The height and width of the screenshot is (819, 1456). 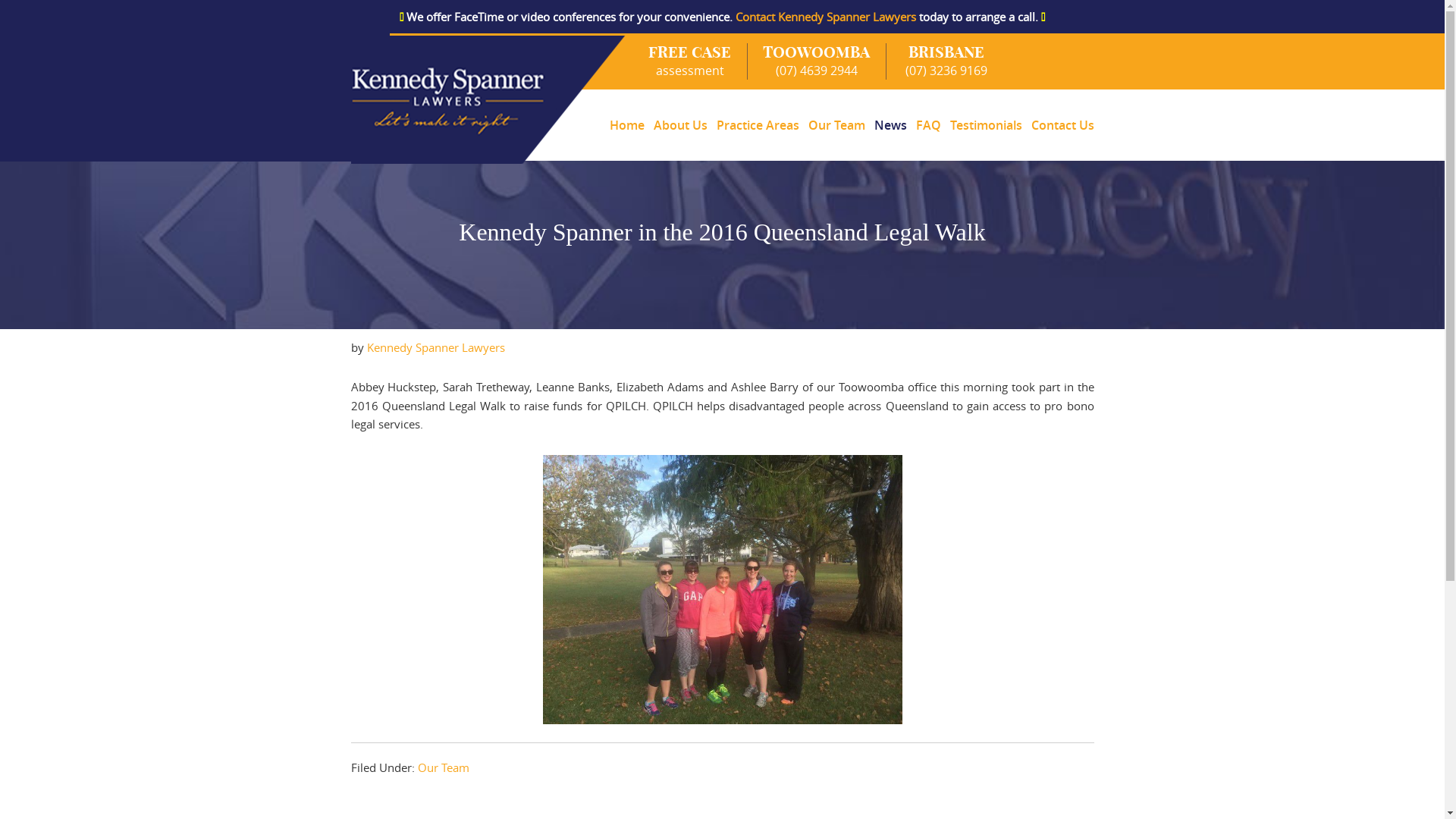 I want to click on 'Practice Areas', so click(x=757, y=124).